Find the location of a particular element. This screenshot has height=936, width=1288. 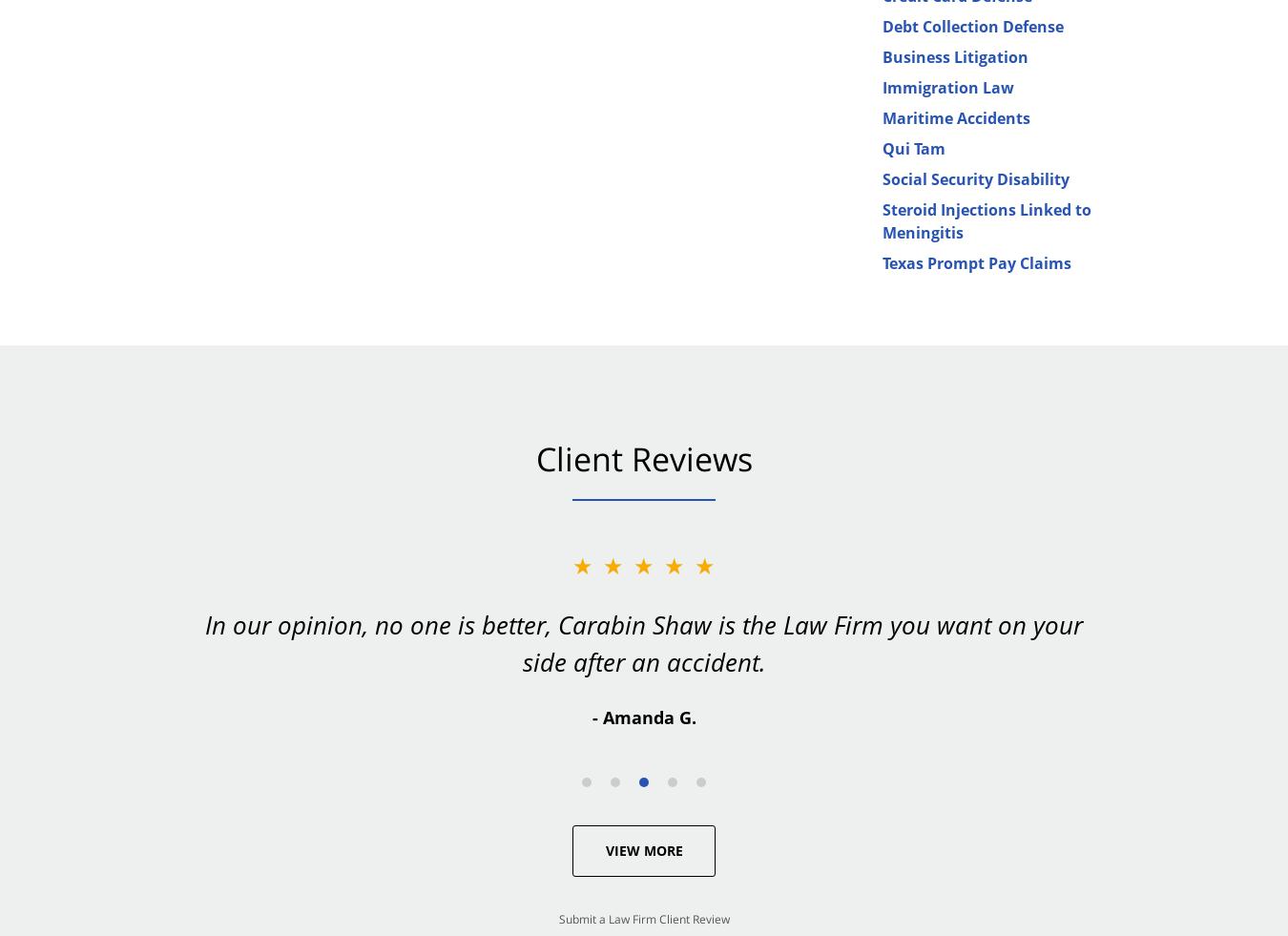

'In our opinion, no one is better, Carabin Shaw is the Law Firm you want on your side after an accident.' is located at coordinates (205, 643).